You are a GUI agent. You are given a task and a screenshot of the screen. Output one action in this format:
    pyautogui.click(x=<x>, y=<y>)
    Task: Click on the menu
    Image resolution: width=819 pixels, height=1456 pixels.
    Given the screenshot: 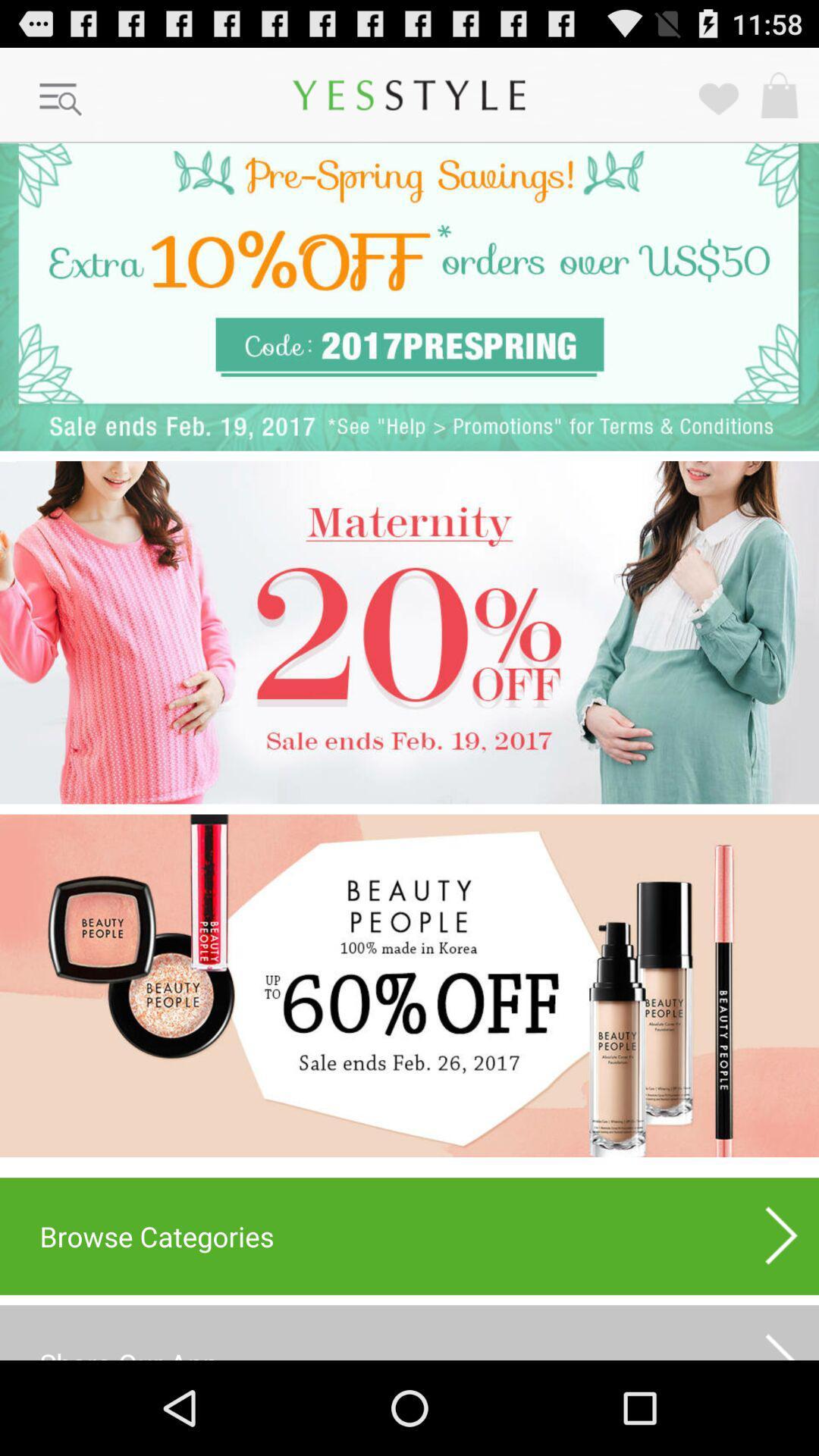 What is the action you would take?
    pyautogui.click(x=61, y=99)
    